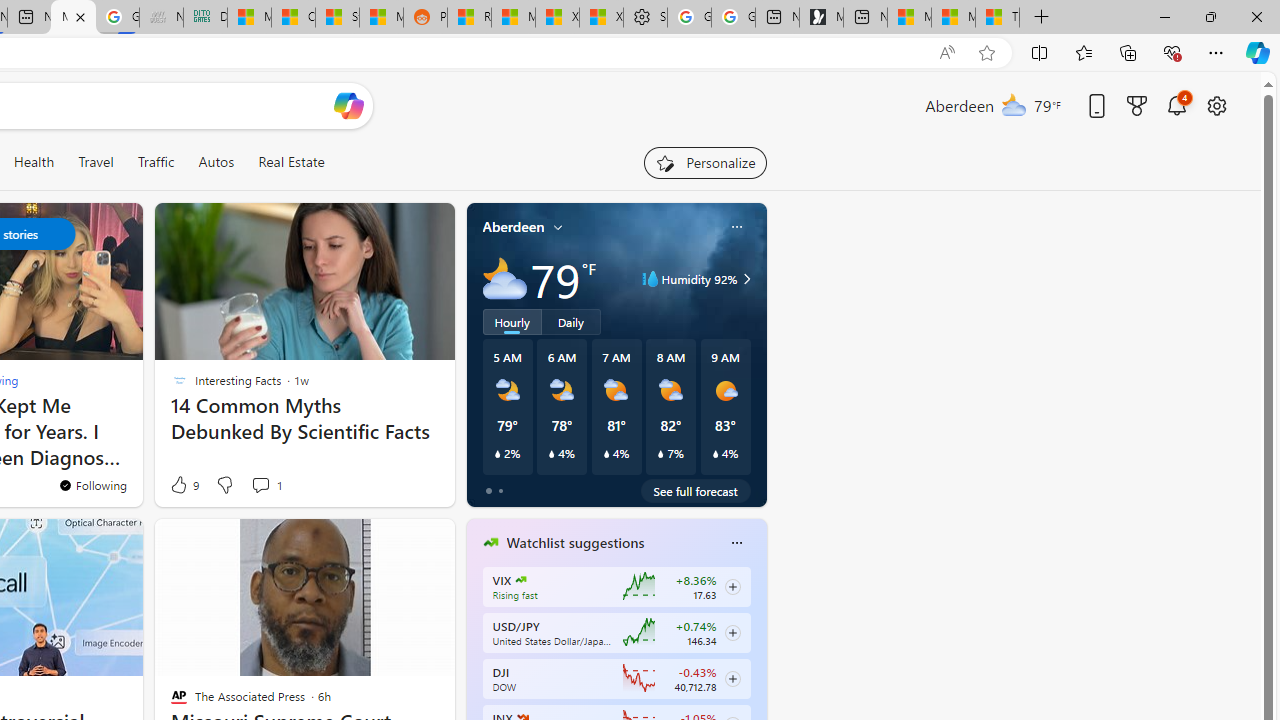 This screenshot has width=1280, height=720. What do you see at coordinates (715, 453) in the screenshot?
I see `'Class: weather-current-precipitation-glyph'` at bounding box center [715, 453].